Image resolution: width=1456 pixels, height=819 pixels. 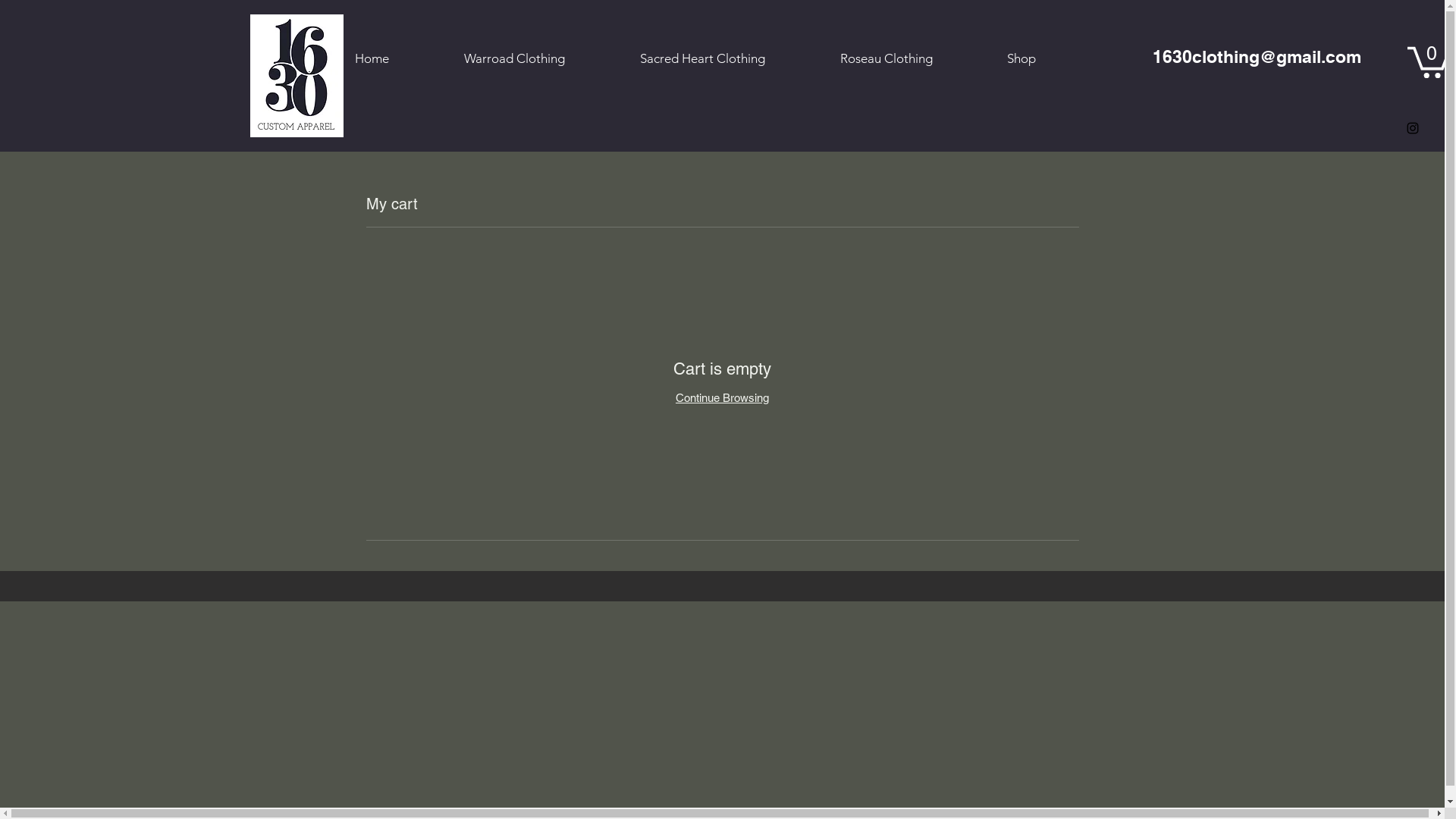 I want to click on '1630clothing@gmail.com', so click(x=1257, y=55).